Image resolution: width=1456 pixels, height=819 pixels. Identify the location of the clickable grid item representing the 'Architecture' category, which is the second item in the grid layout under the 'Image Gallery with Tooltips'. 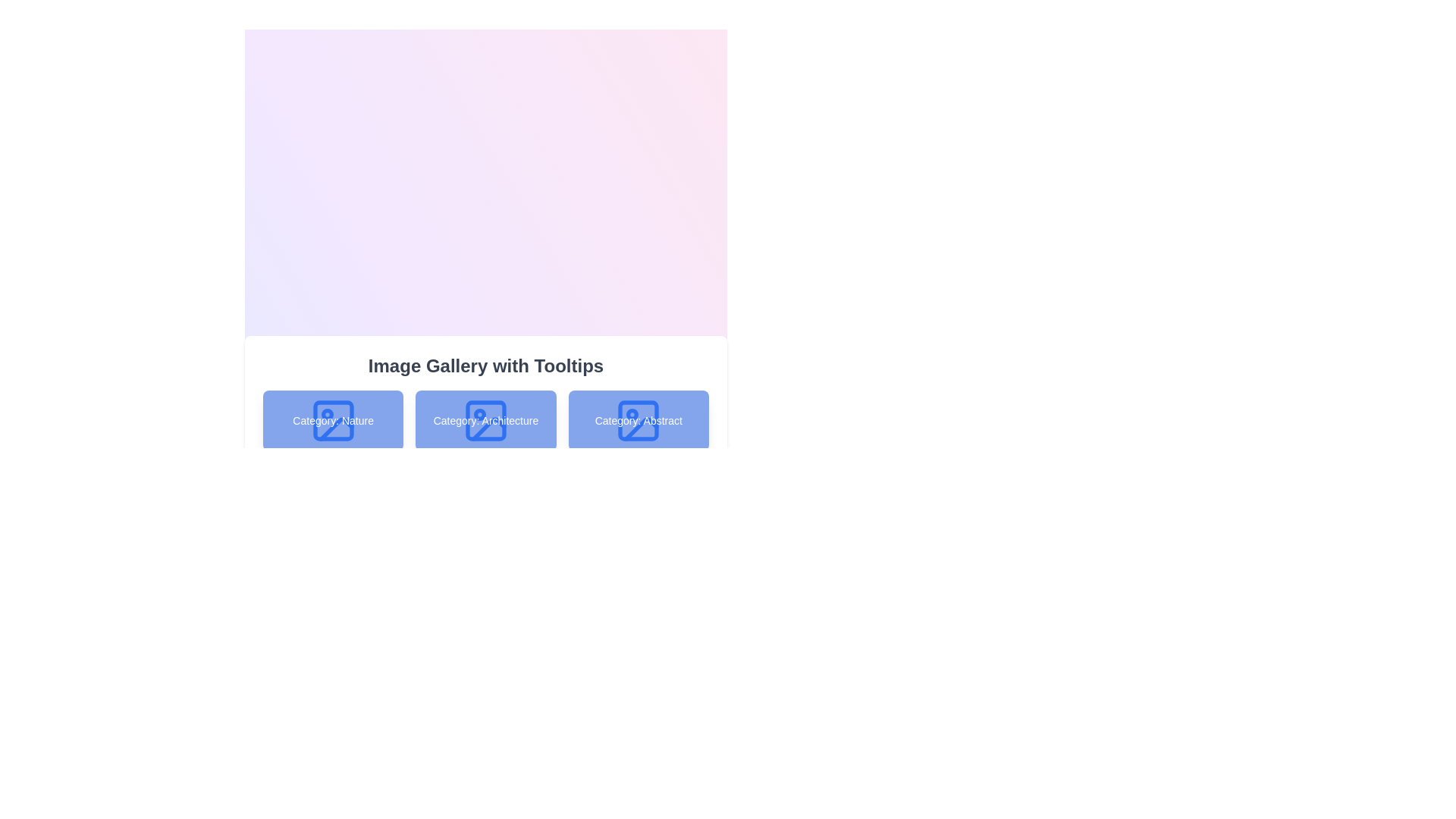
(486, 456).